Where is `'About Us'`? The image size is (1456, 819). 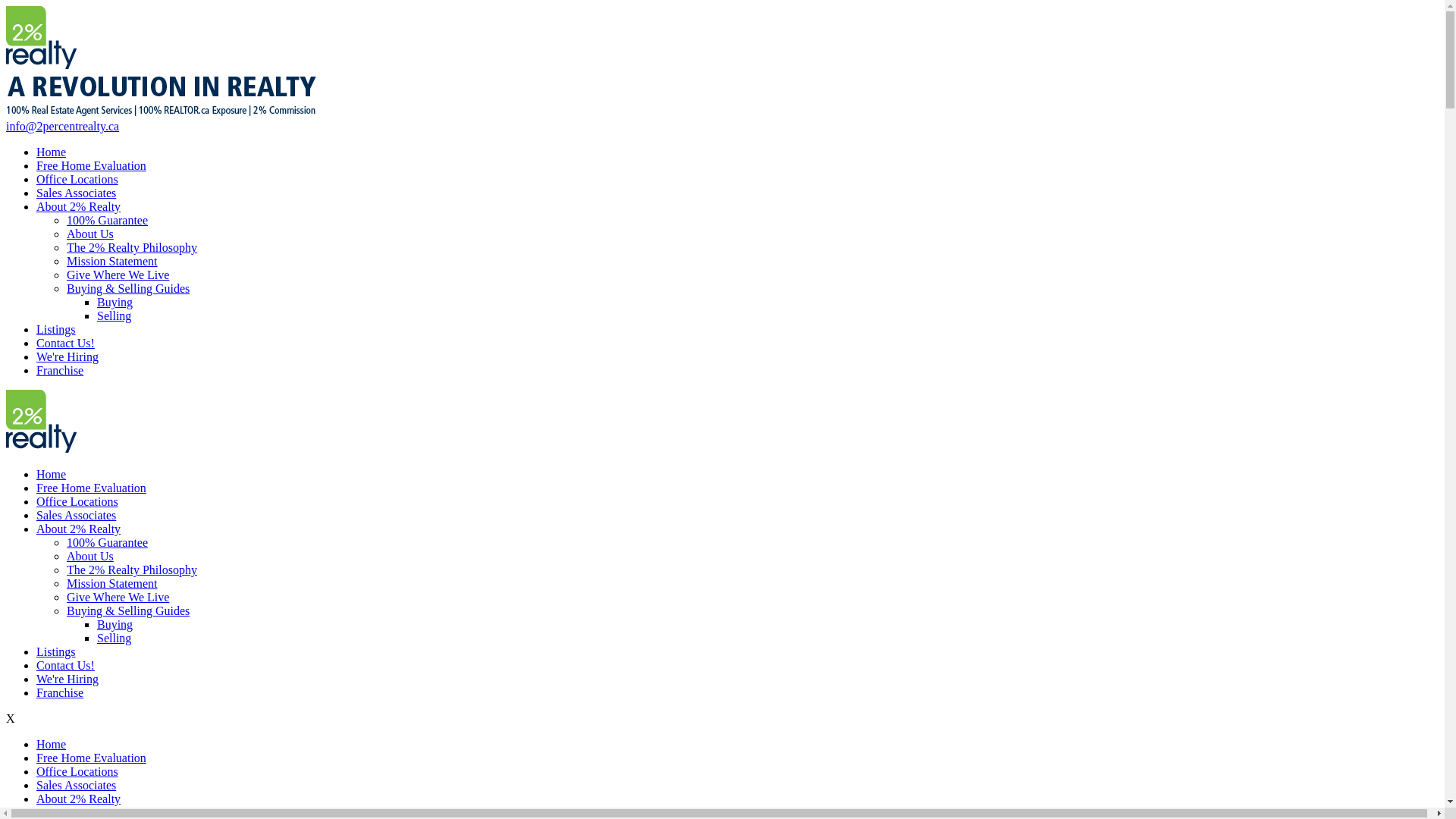
'About Us' is located at coordinates (89, 234).